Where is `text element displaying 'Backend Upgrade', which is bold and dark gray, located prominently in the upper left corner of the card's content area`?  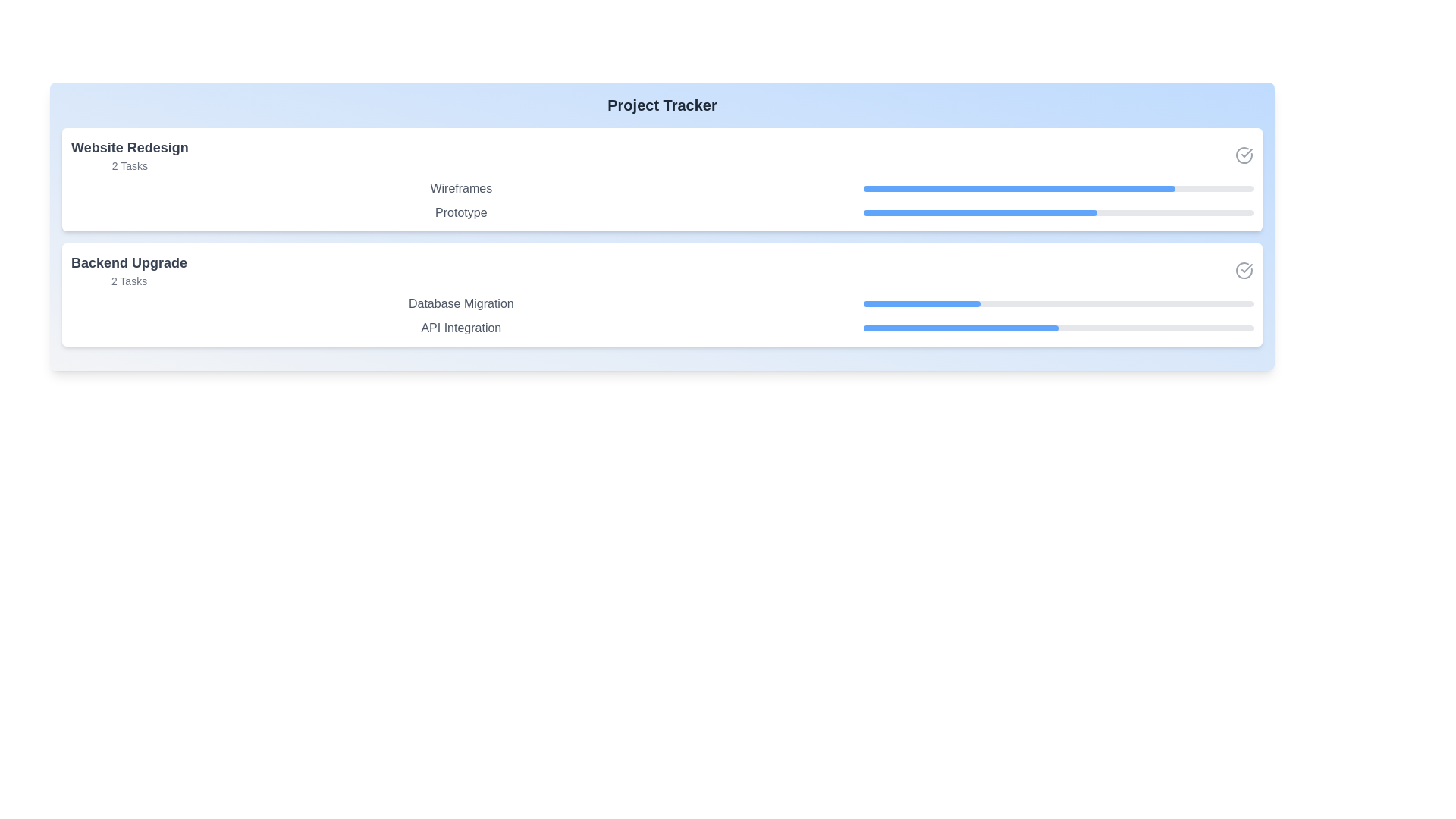
text element displaying 'Backend Upgrade', which is bold and dark gray, located prominently in the upper left corner of the card's content area is located at coordinates (129, 262).